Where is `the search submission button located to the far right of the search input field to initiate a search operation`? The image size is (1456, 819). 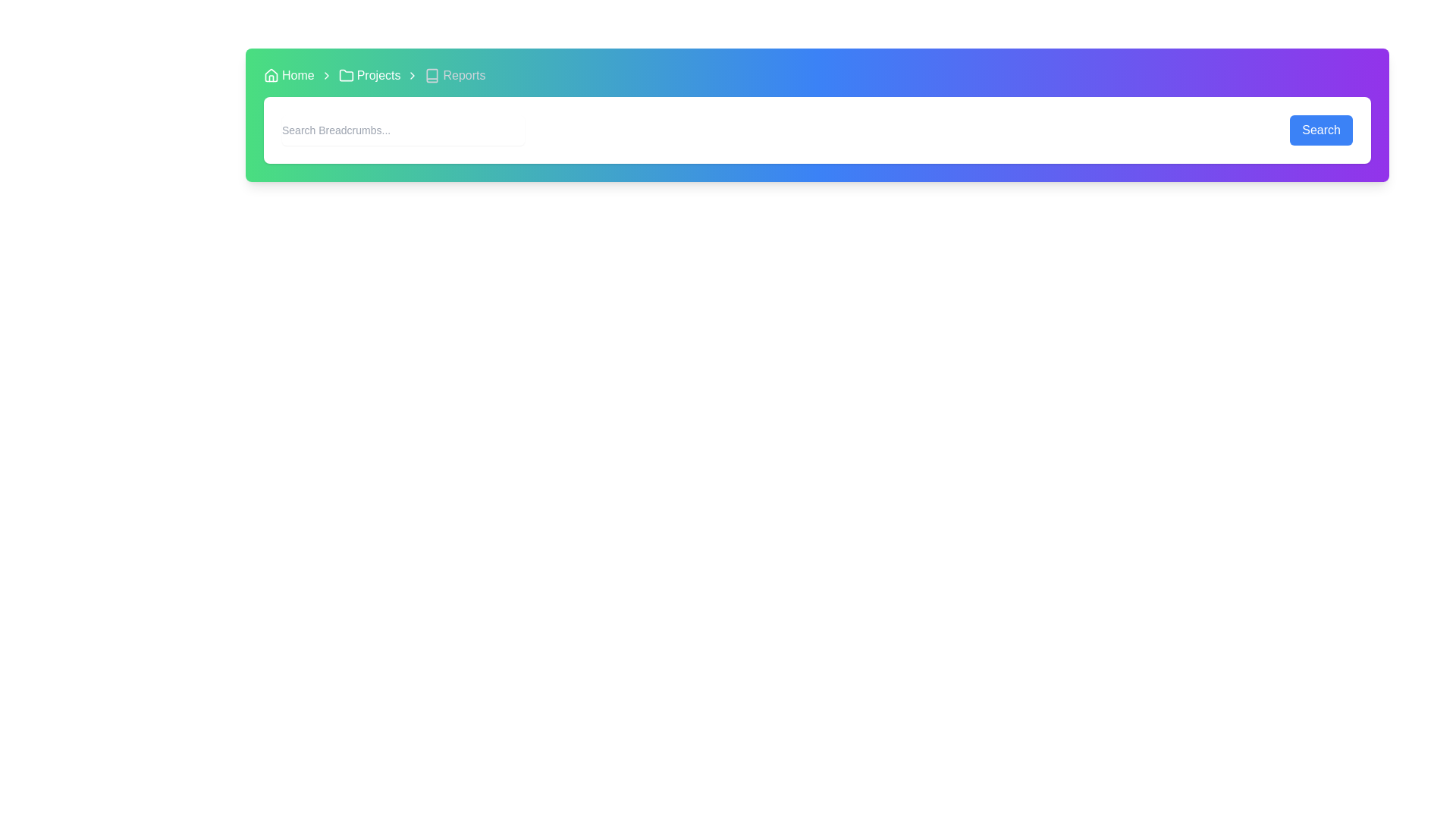
the search submission button located to the far right of the search input field to initiate a search operation is located at coordinates (1320, 130).